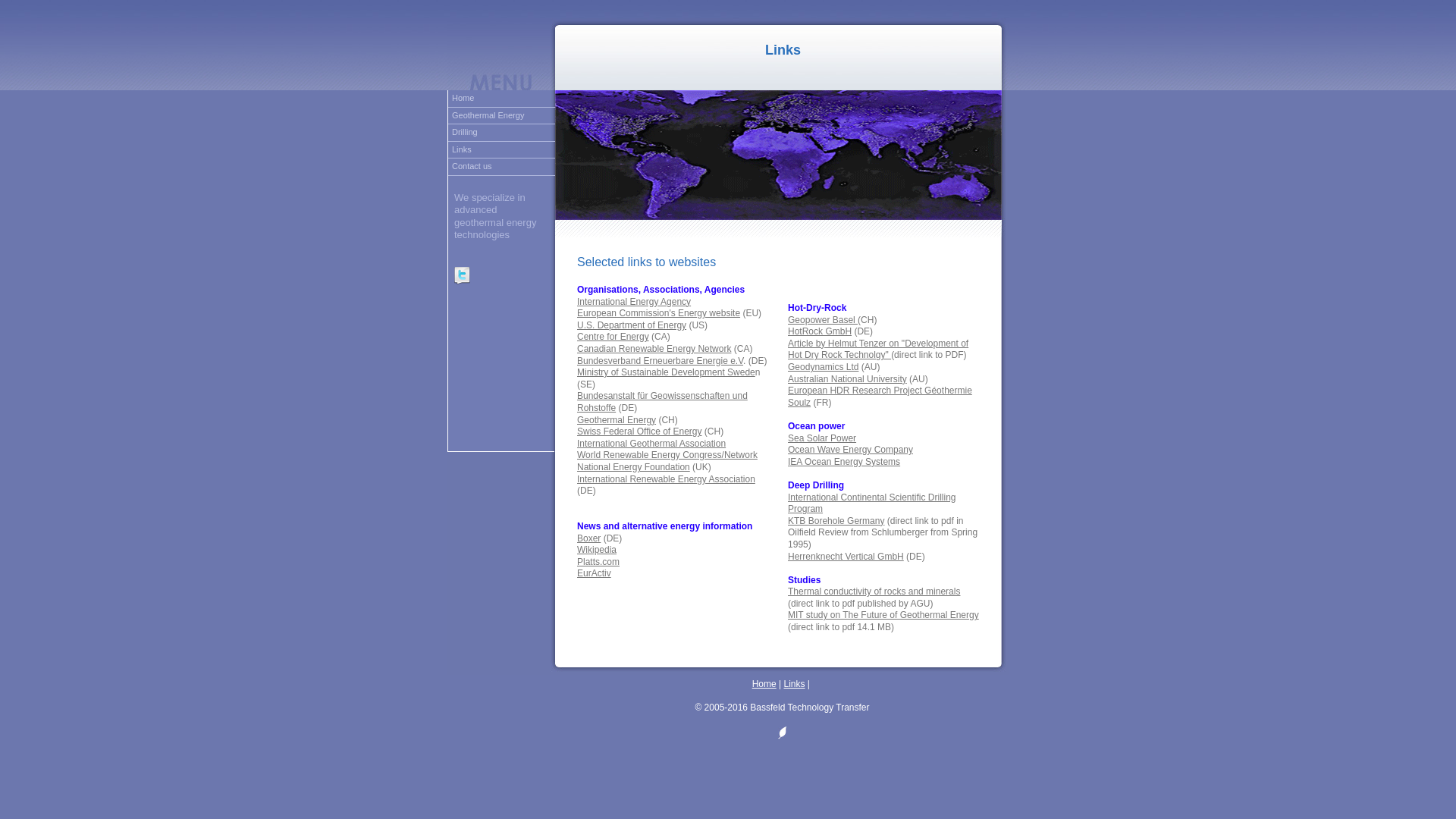 The height and width of the screenshot is (819, 1456). What do you see at coordinates (835, 519) in the screenshot?
I see `'KTB Borehole Germany'` at bounding box center [835, 519].